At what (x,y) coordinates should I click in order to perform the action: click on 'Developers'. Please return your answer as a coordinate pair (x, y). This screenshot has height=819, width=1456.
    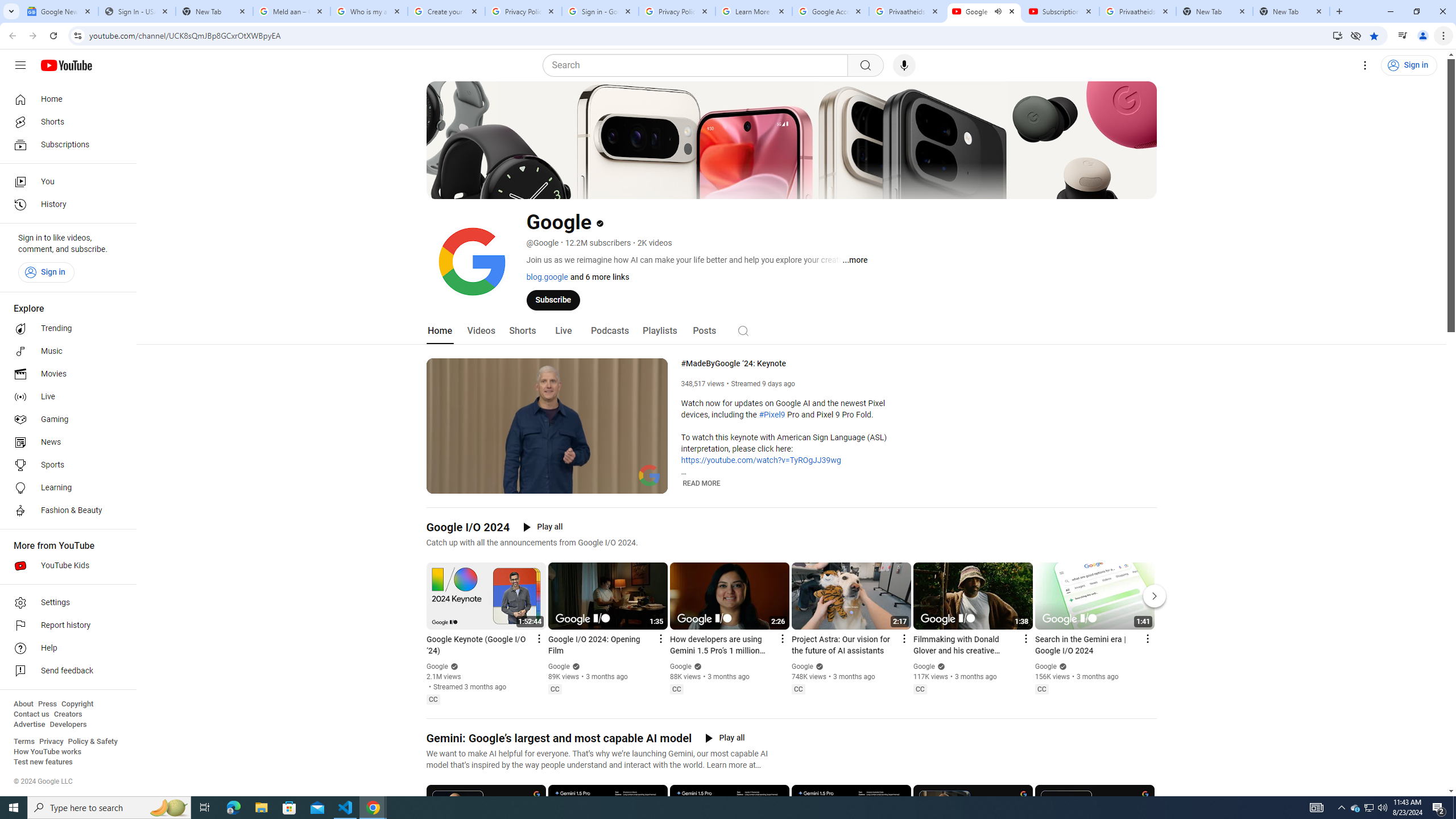
    Looking at the image, I should click on (68, 723).